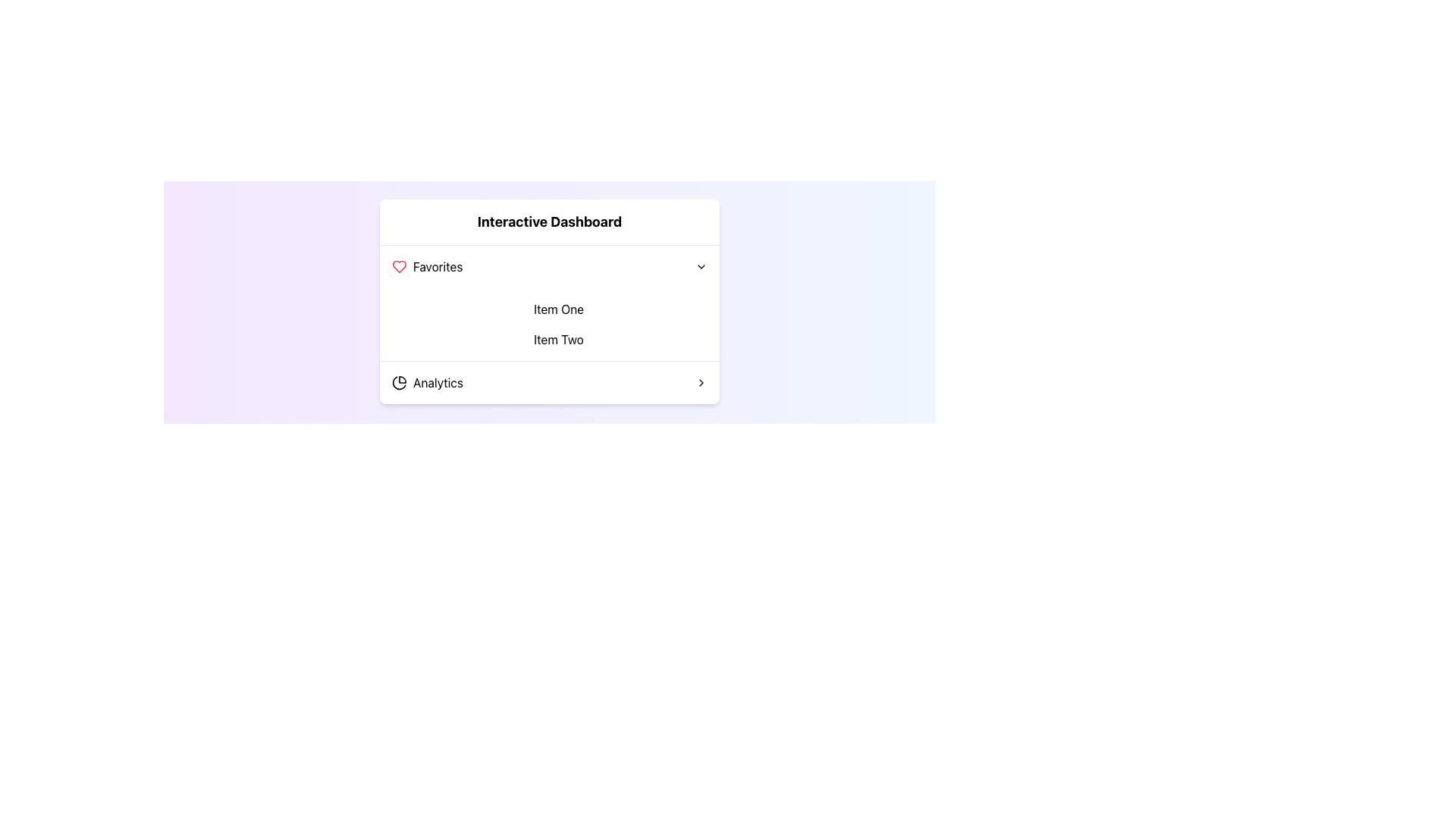 Image resolution: width=1456 pixels, height=819 pixels. I want to click on the labeled option element that indicates a user's favorites or saved items, so click(426, 265).